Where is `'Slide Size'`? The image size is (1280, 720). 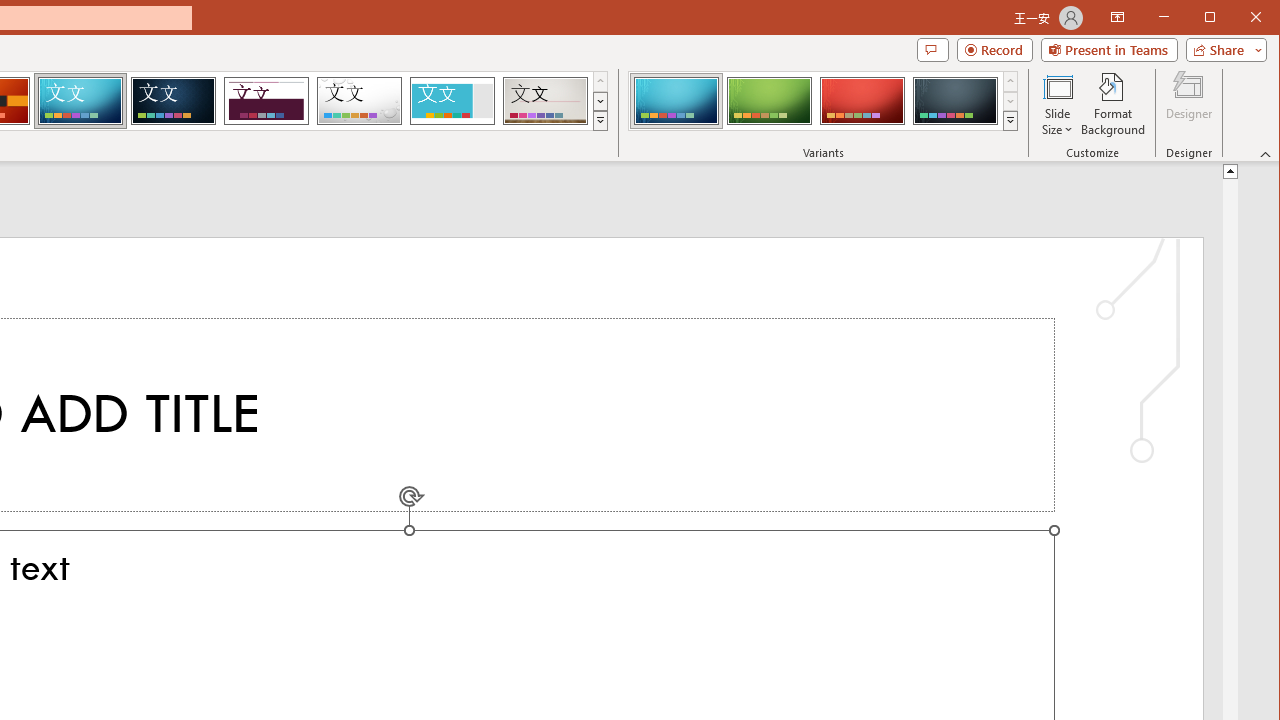 'Slide Size' is located at coordinates (1056, 104).